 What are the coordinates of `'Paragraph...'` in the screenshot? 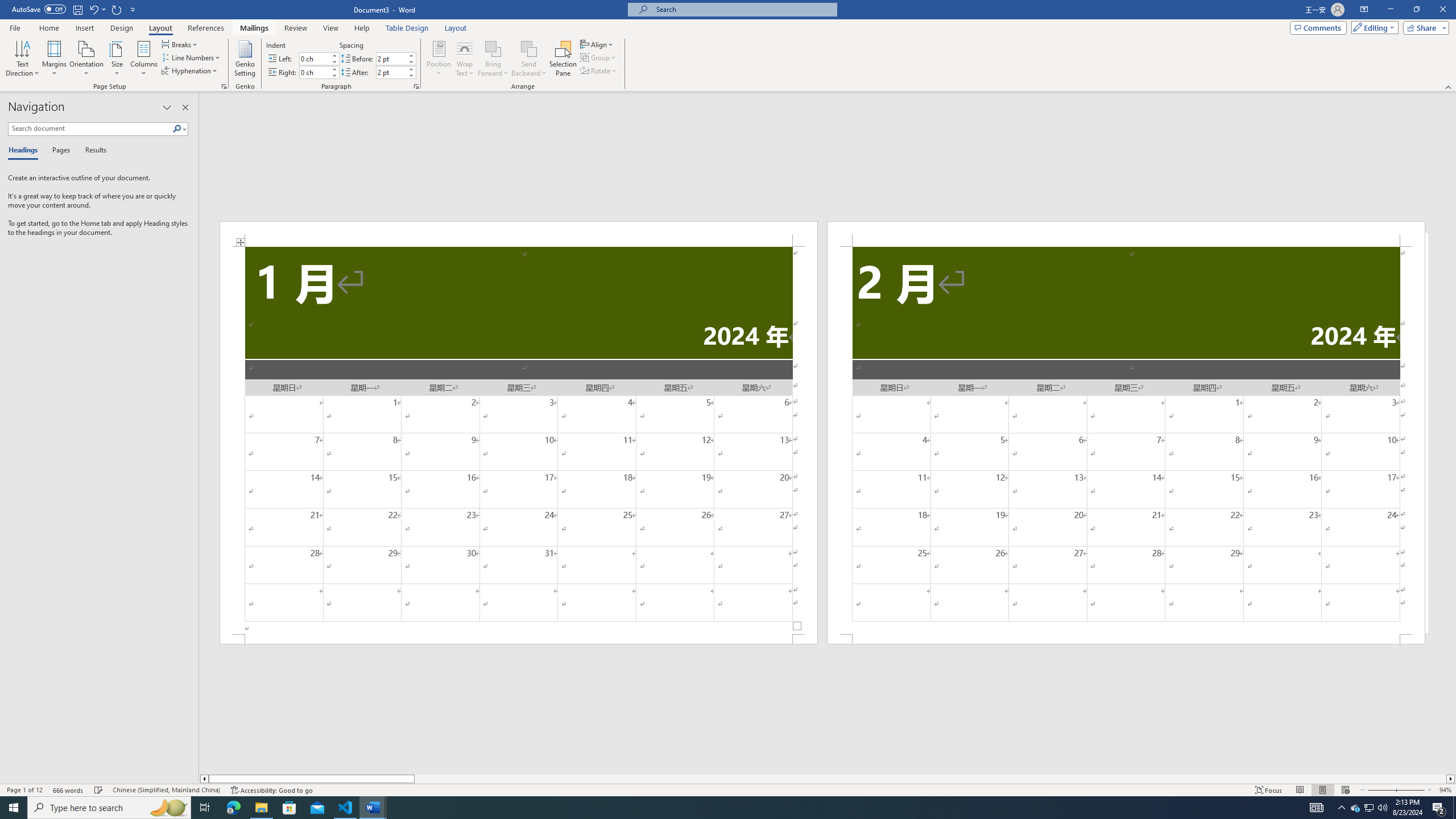 It's located at (416, 85).